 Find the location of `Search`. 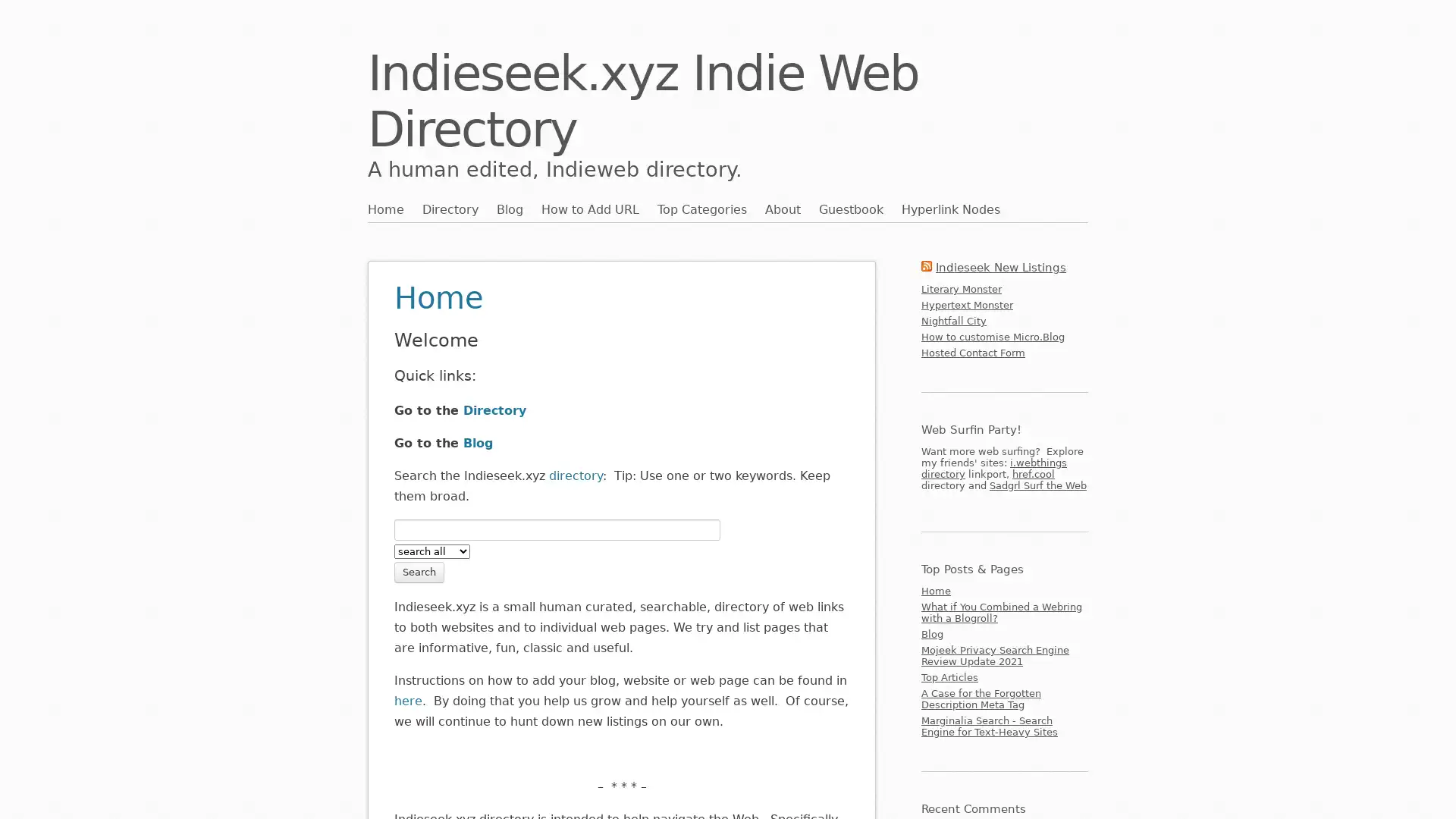

Search is located at coordinates (419, 571).